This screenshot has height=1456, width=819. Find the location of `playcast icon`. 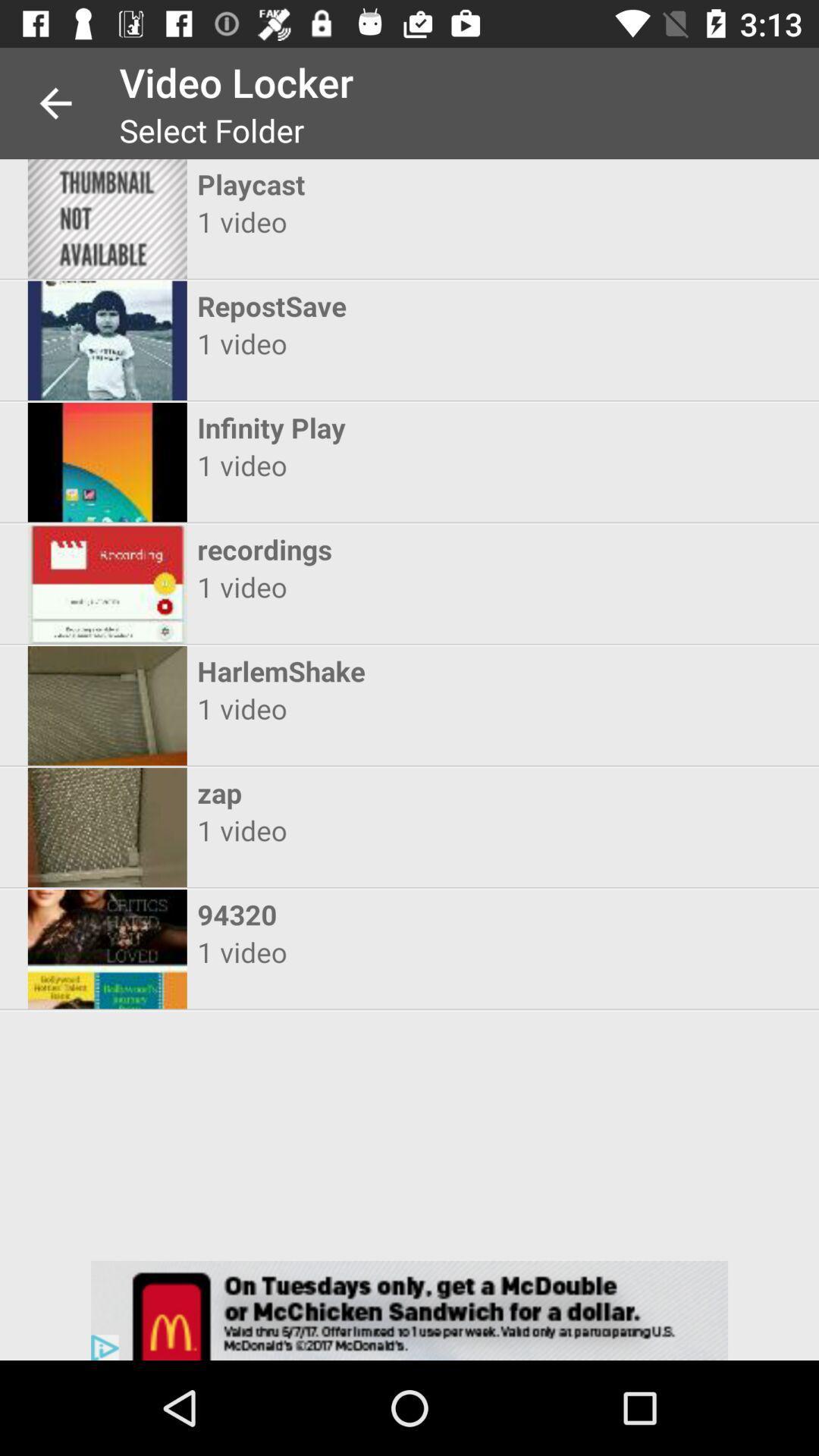

playcast icon is located at coordinates (395, 184).